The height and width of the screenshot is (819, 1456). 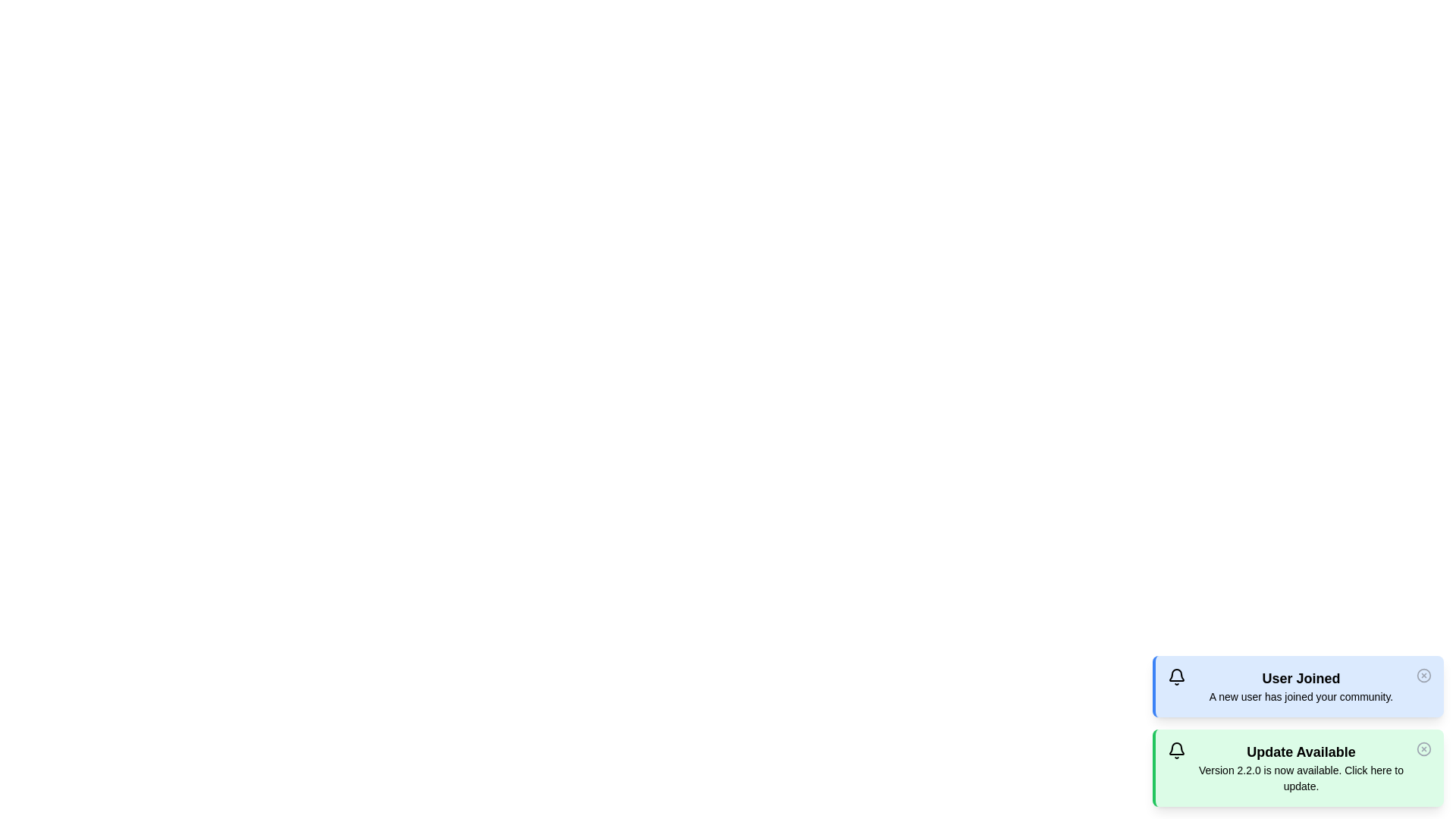 I want to click on the close button of the notification to dismiss it, so click(x=1423, y=675).